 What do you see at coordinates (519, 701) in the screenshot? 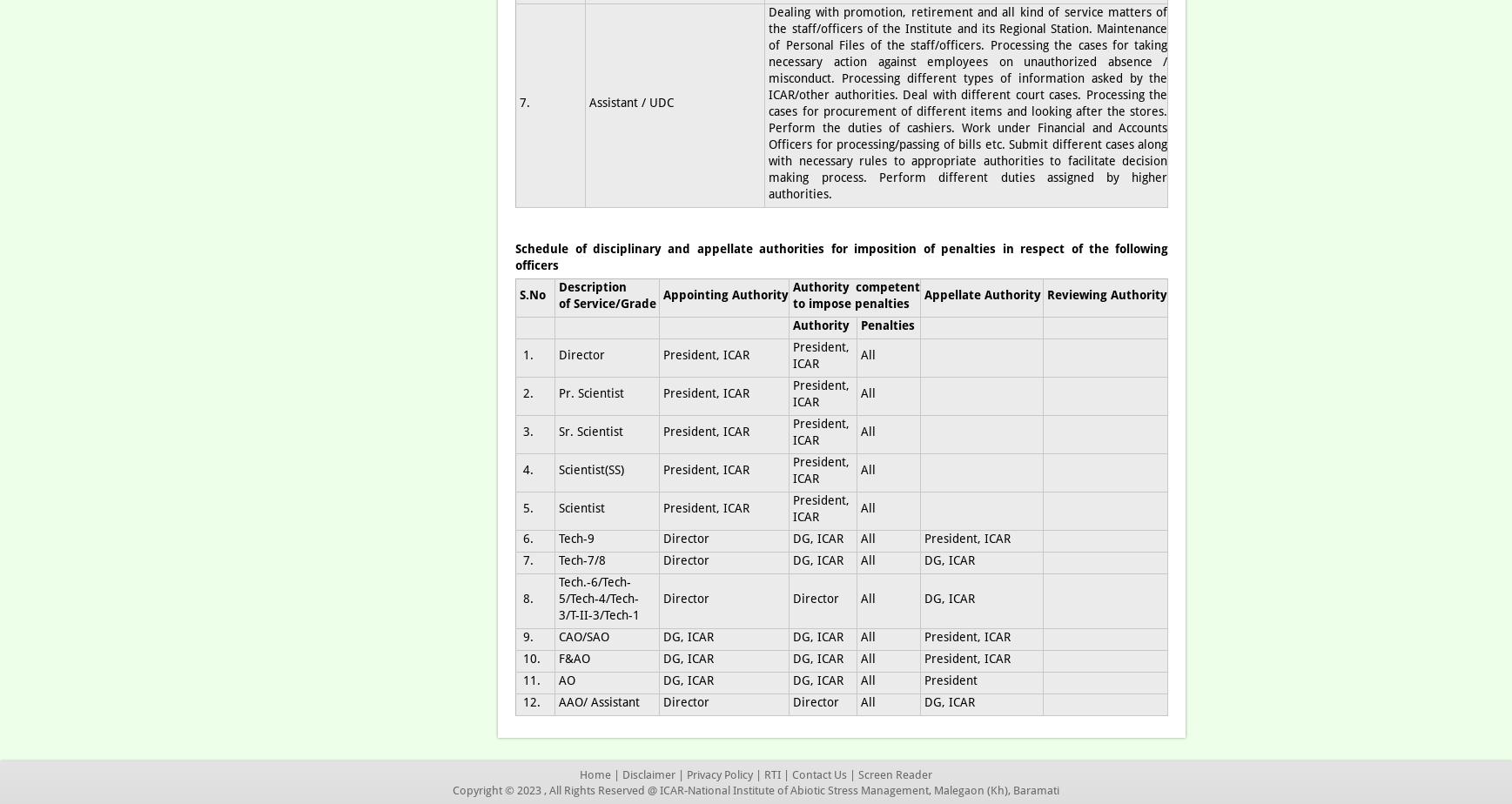
I see `'12.'` at bounding box center [519, 701].